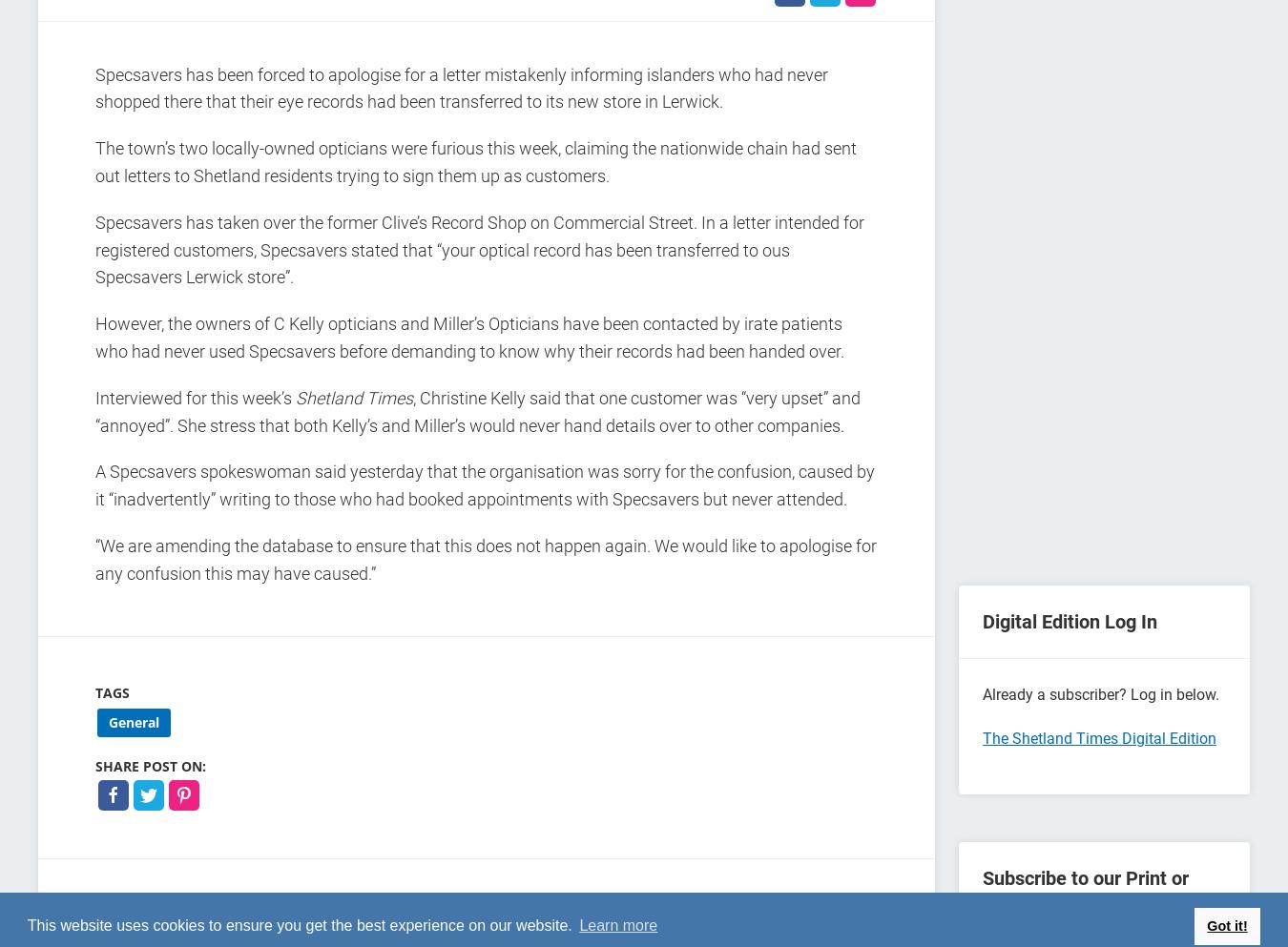 Image resolution: width=1288 pixels, height=947 pixels. I want to click on '“We are amending the database to ensure that this does not happen again. We would like to apologise for any confusion this may have caused.”', so click(485, 558).